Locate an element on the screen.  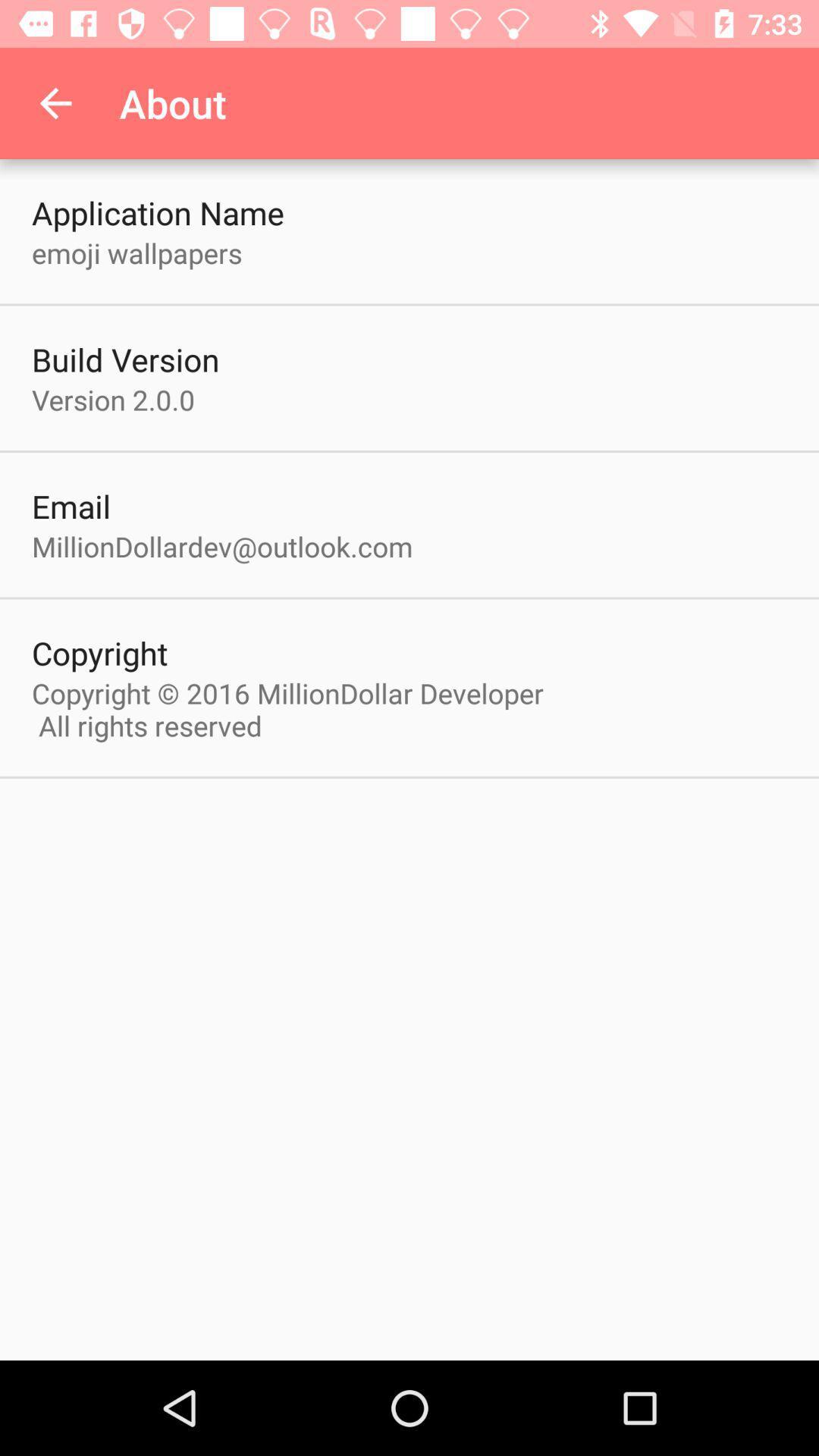
item below email icon is located at coordinates (222, 546).